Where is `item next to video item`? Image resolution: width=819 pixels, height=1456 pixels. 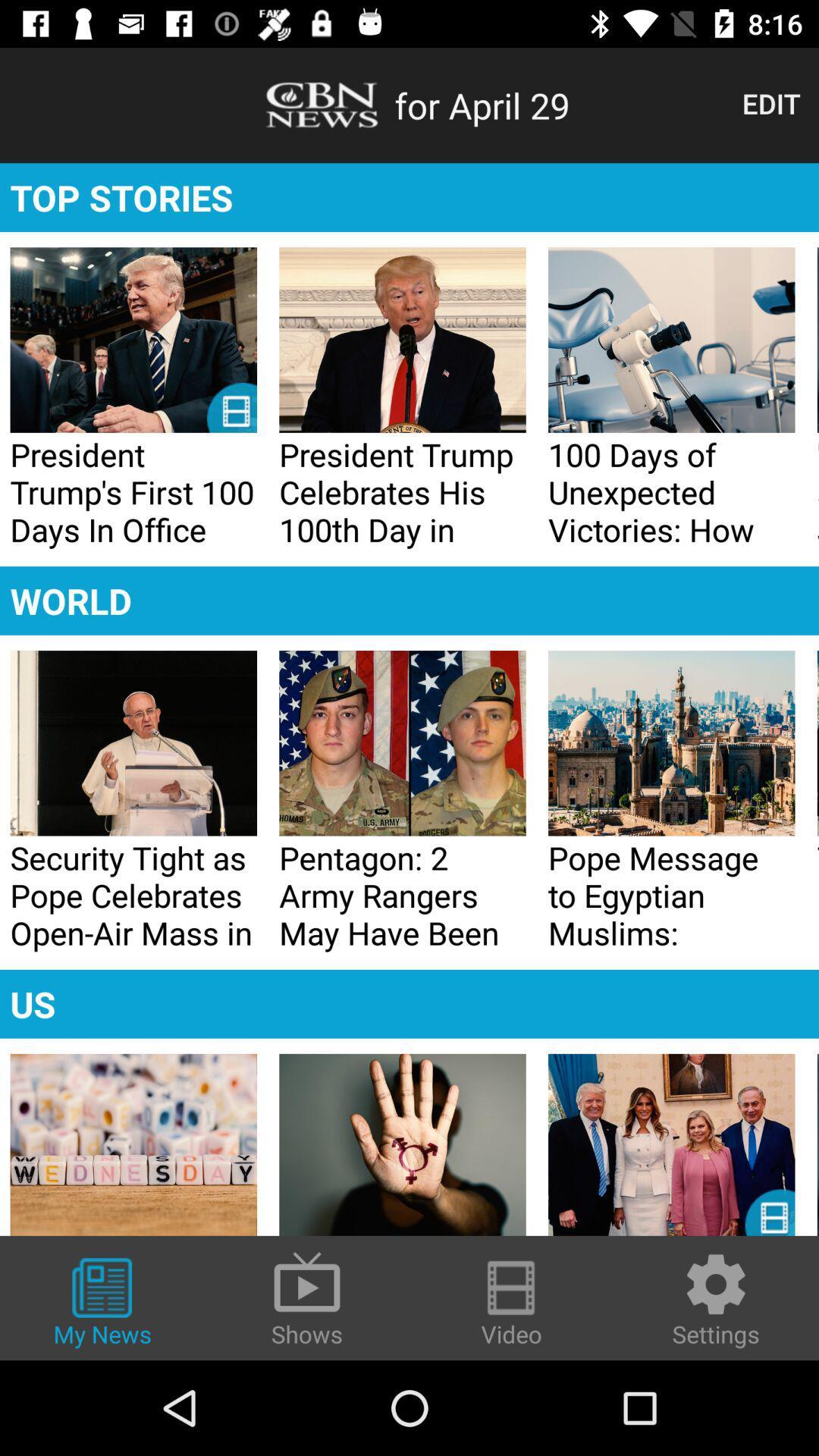
item next to video item is located at coordinates (716, 1298).